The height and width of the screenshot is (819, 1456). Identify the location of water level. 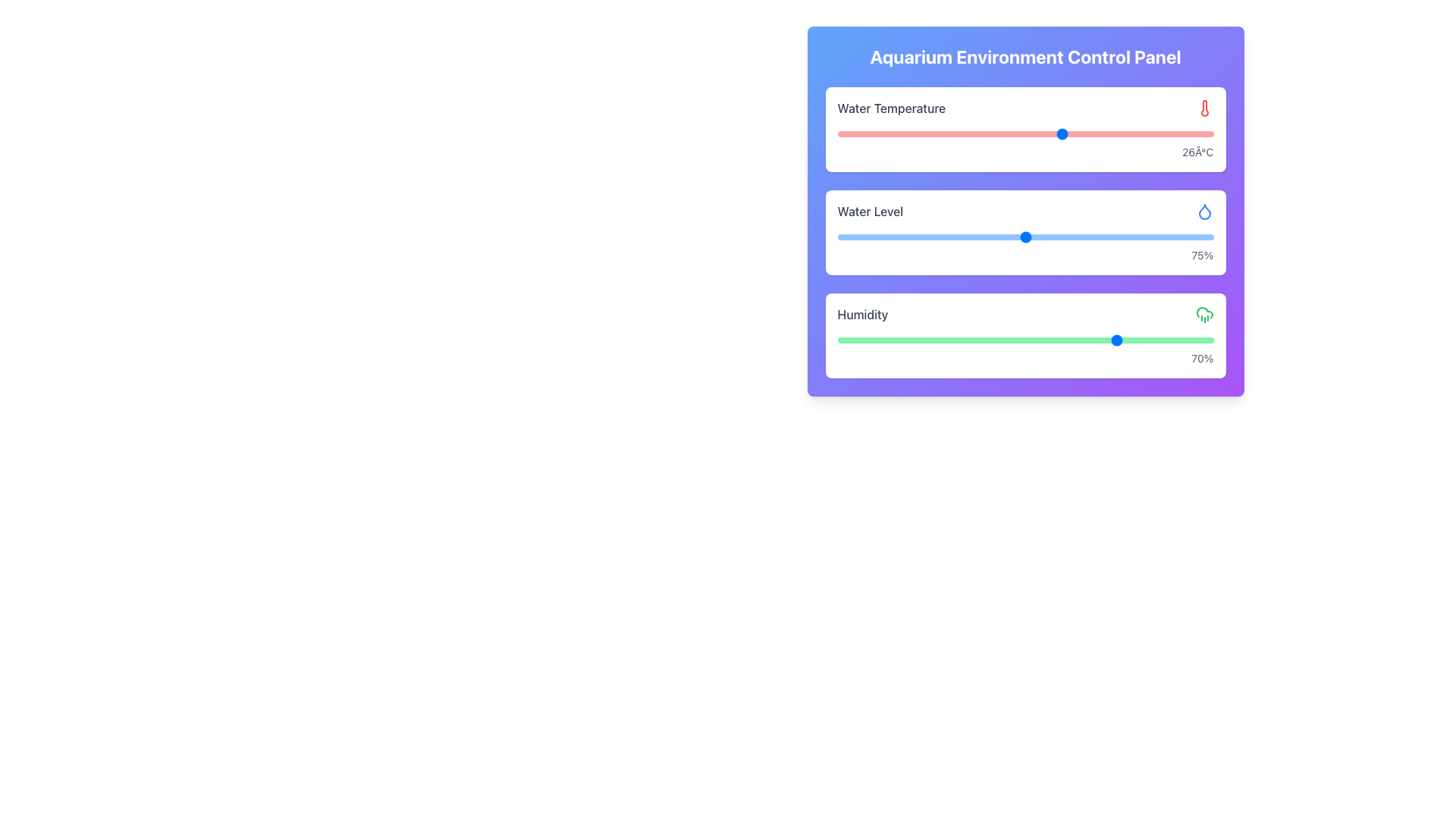
(987, 237).